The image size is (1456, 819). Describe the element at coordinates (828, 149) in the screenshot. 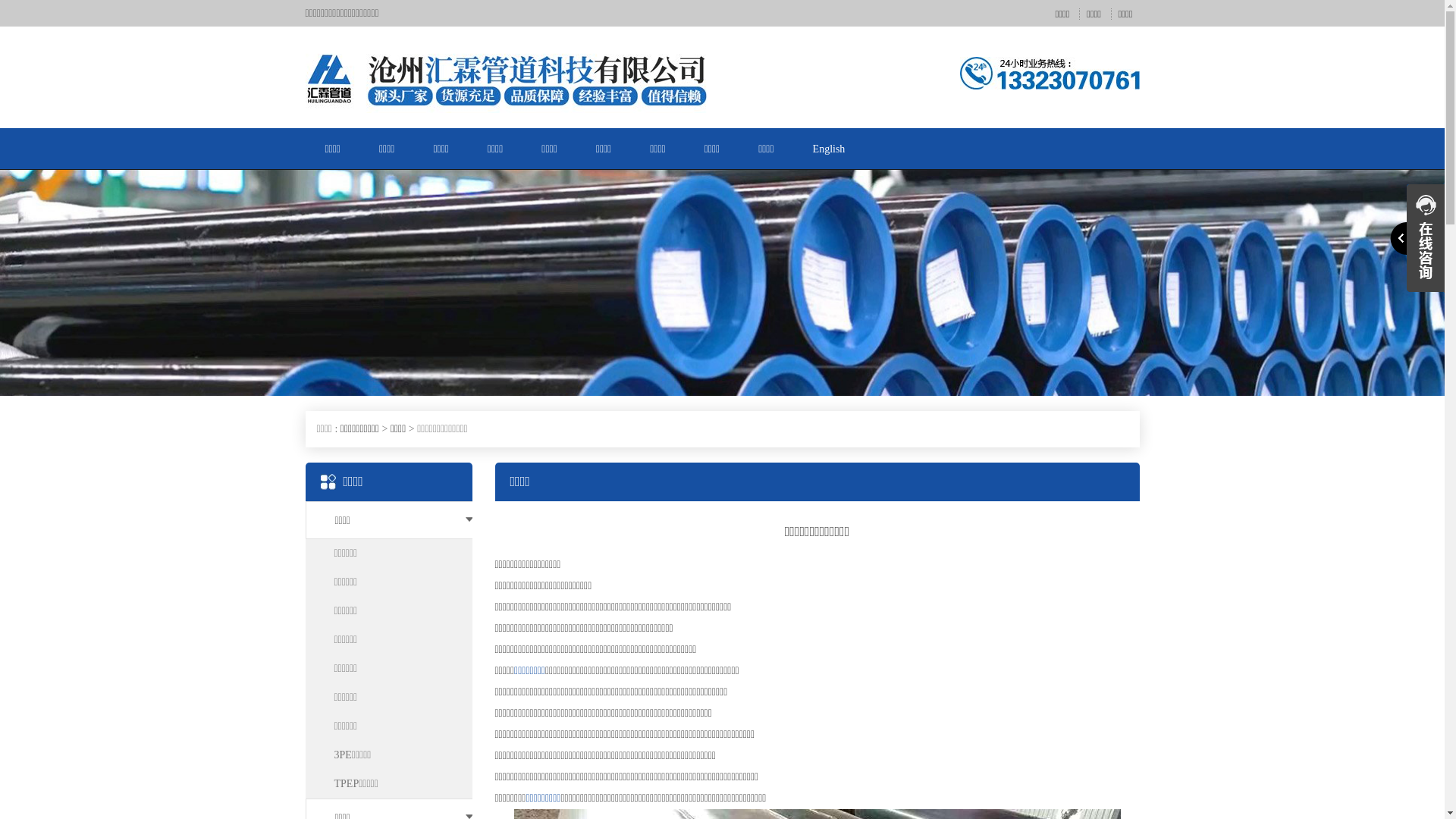

I see `'English'` at that location.